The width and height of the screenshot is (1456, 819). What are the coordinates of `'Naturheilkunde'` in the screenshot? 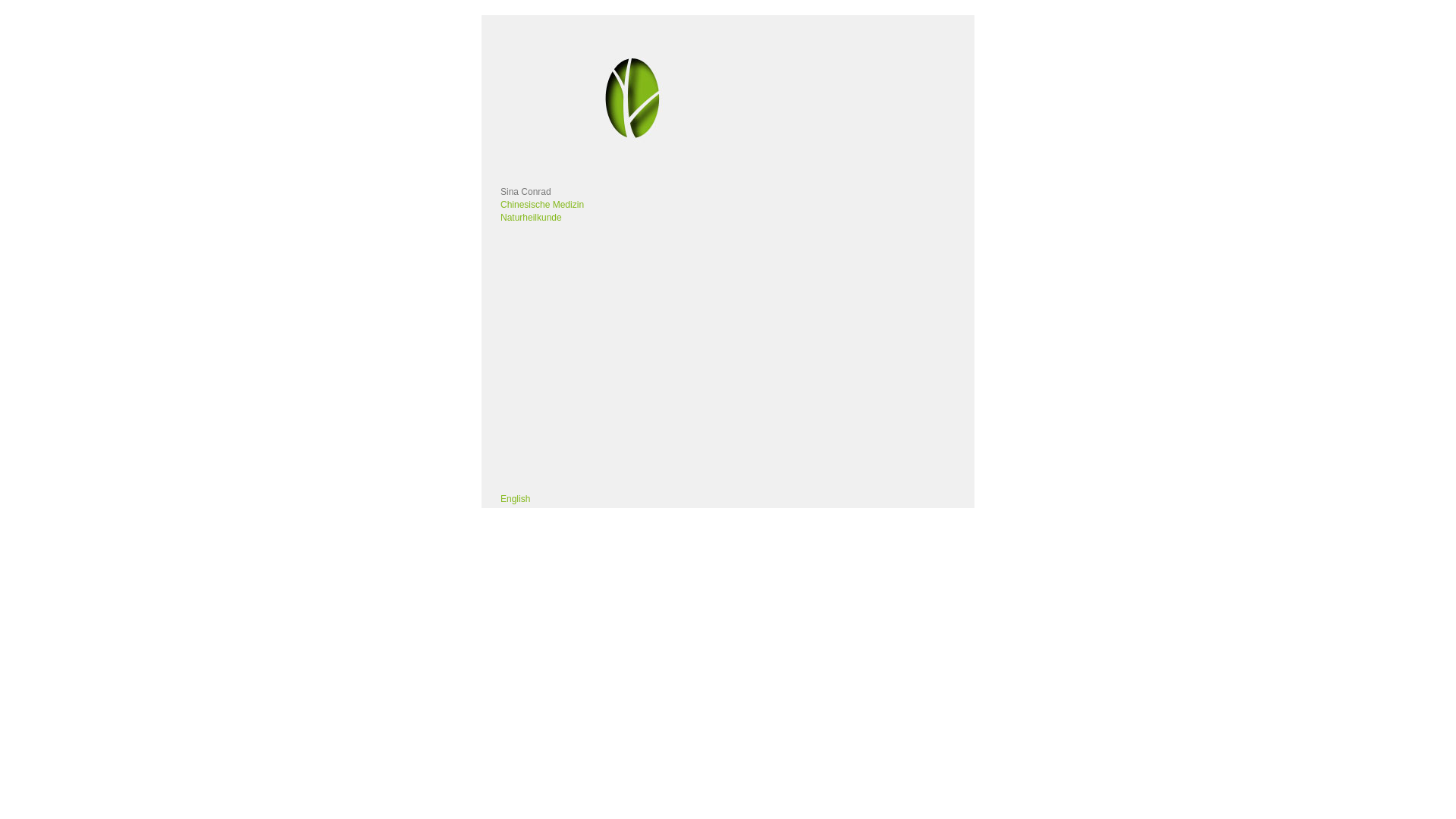 It's located at (531, 217).